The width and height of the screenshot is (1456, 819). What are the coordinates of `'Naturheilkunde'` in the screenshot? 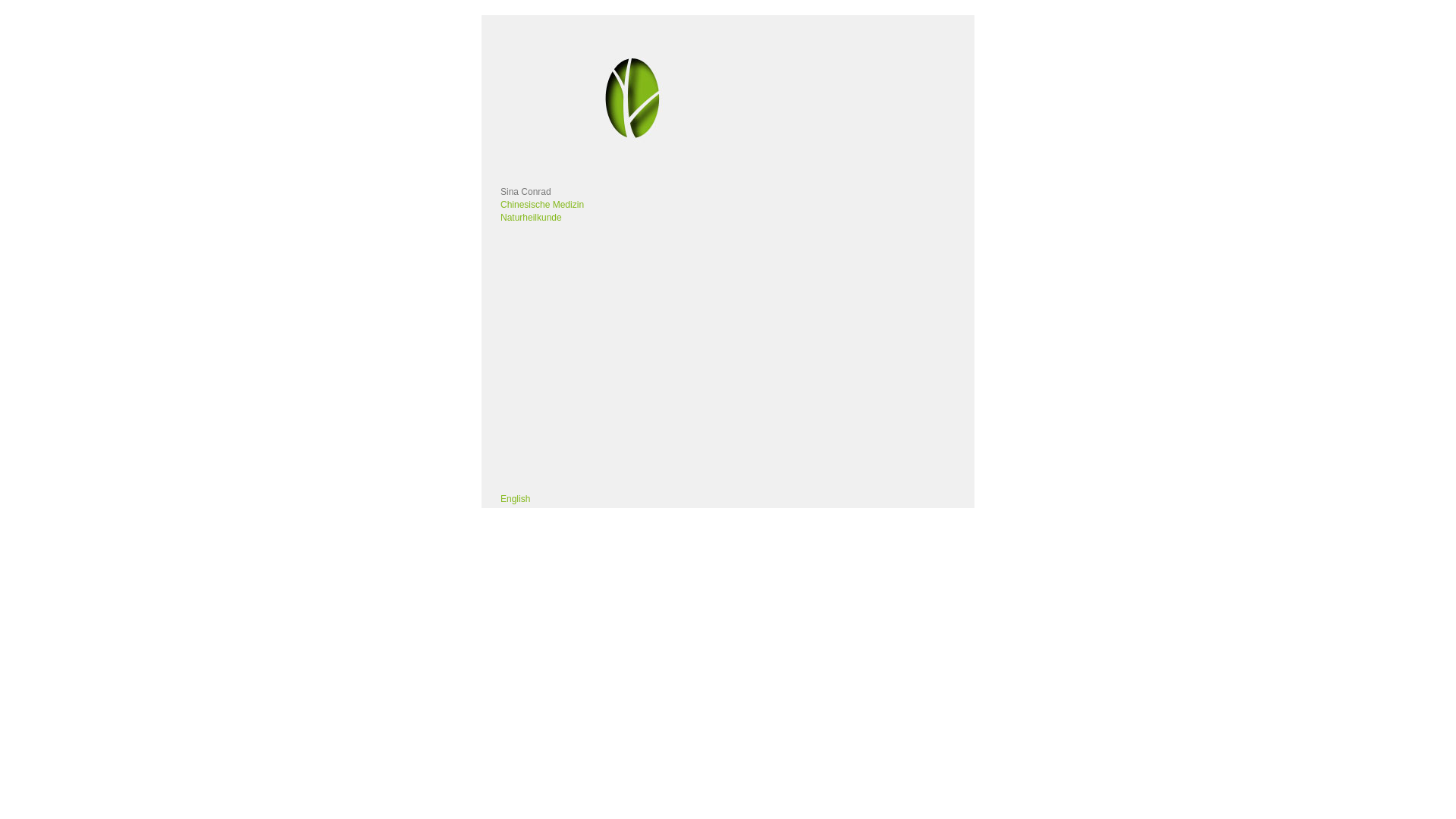 It's located at (531, 217).